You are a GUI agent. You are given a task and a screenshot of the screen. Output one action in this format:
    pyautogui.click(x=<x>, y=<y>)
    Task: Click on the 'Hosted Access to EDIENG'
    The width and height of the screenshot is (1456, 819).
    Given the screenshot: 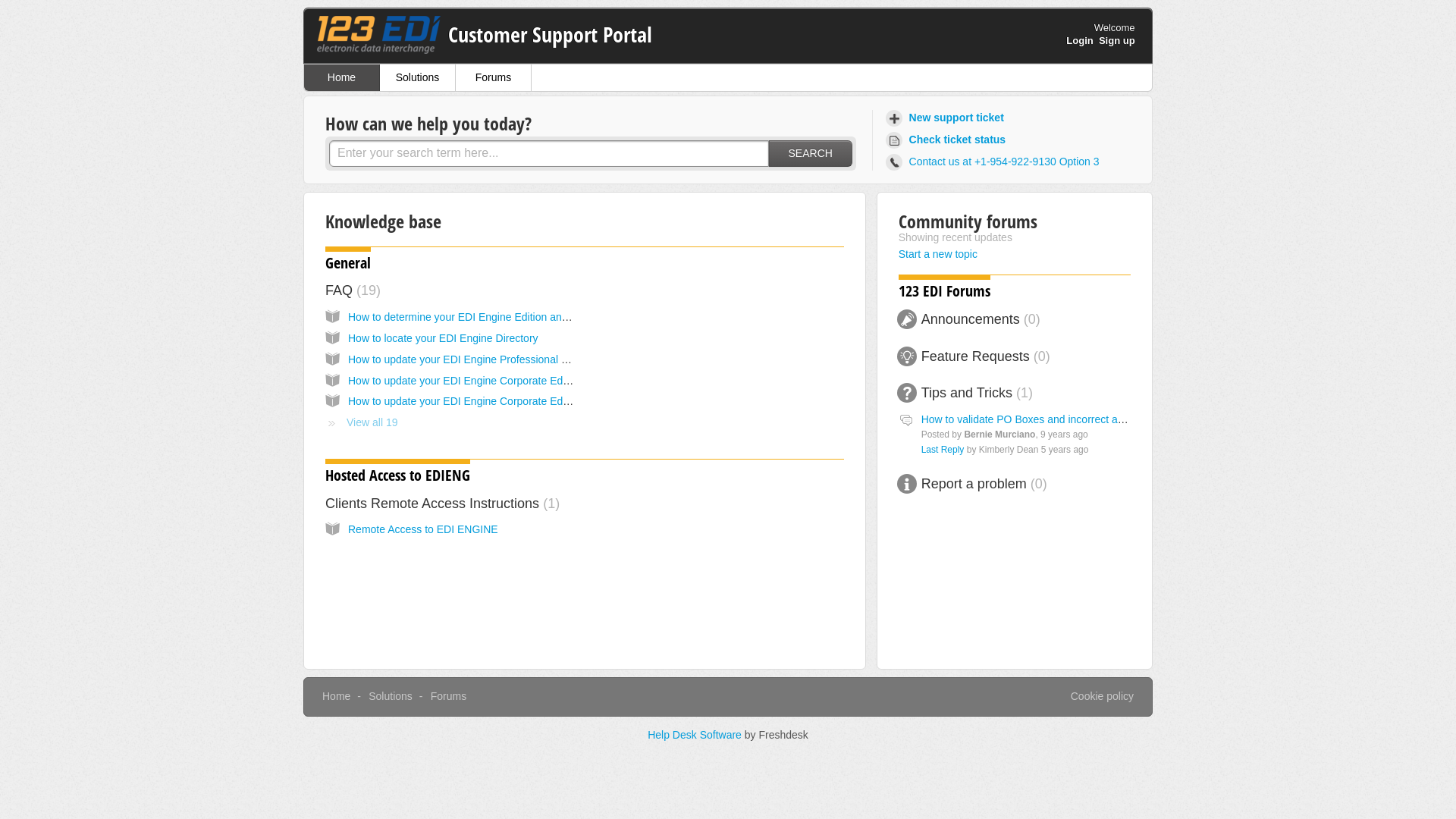 What is the action you would take?
    pyautogui.click(x=397, y=474)
    